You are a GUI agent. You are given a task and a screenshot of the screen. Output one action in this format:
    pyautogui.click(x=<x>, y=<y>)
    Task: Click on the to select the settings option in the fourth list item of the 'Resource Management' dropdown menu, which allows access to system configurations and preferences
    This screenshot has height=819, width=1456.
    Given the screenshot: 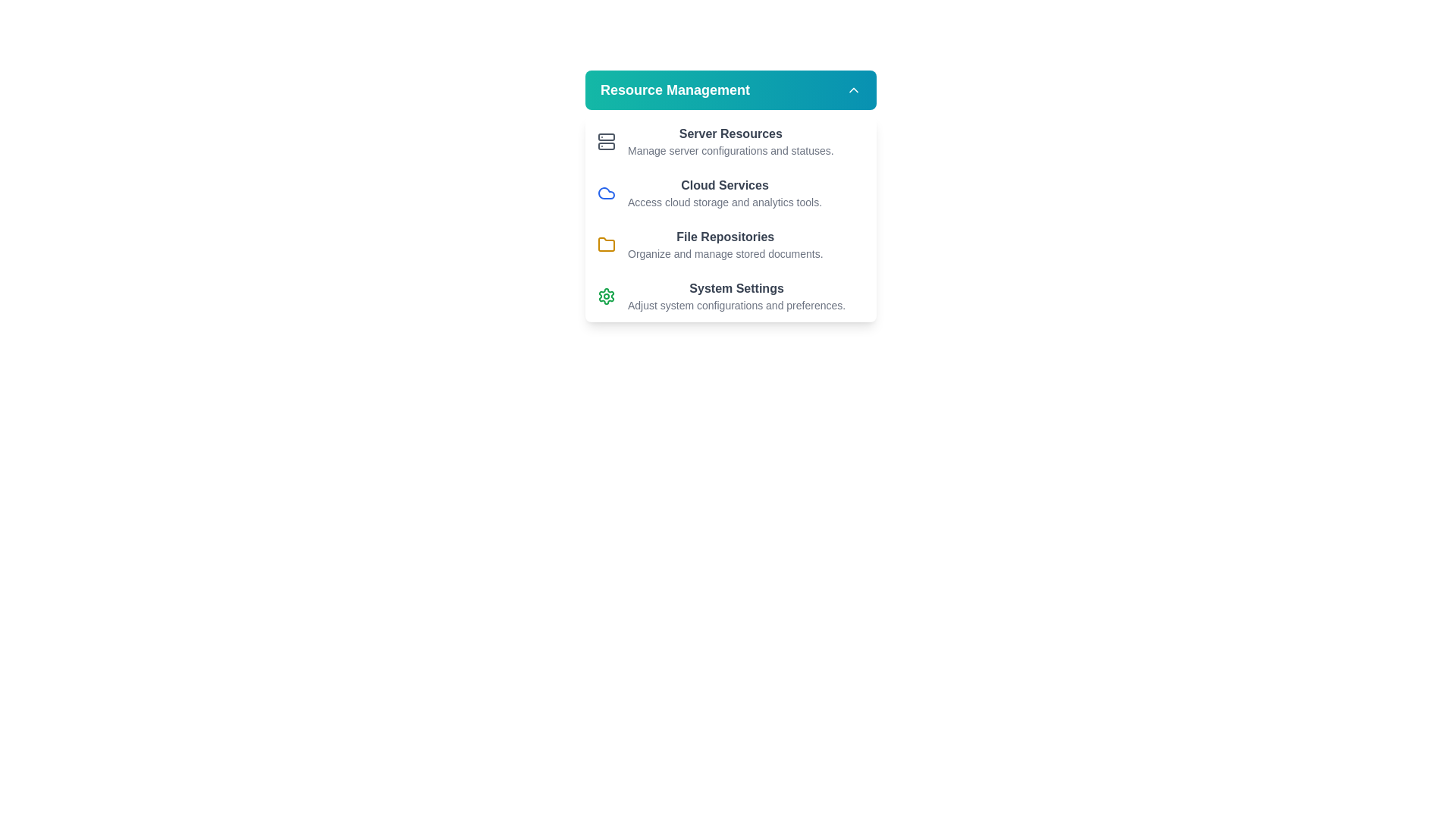 What is the action you would take?
    pyautogui.click(x=731, y=296)
    